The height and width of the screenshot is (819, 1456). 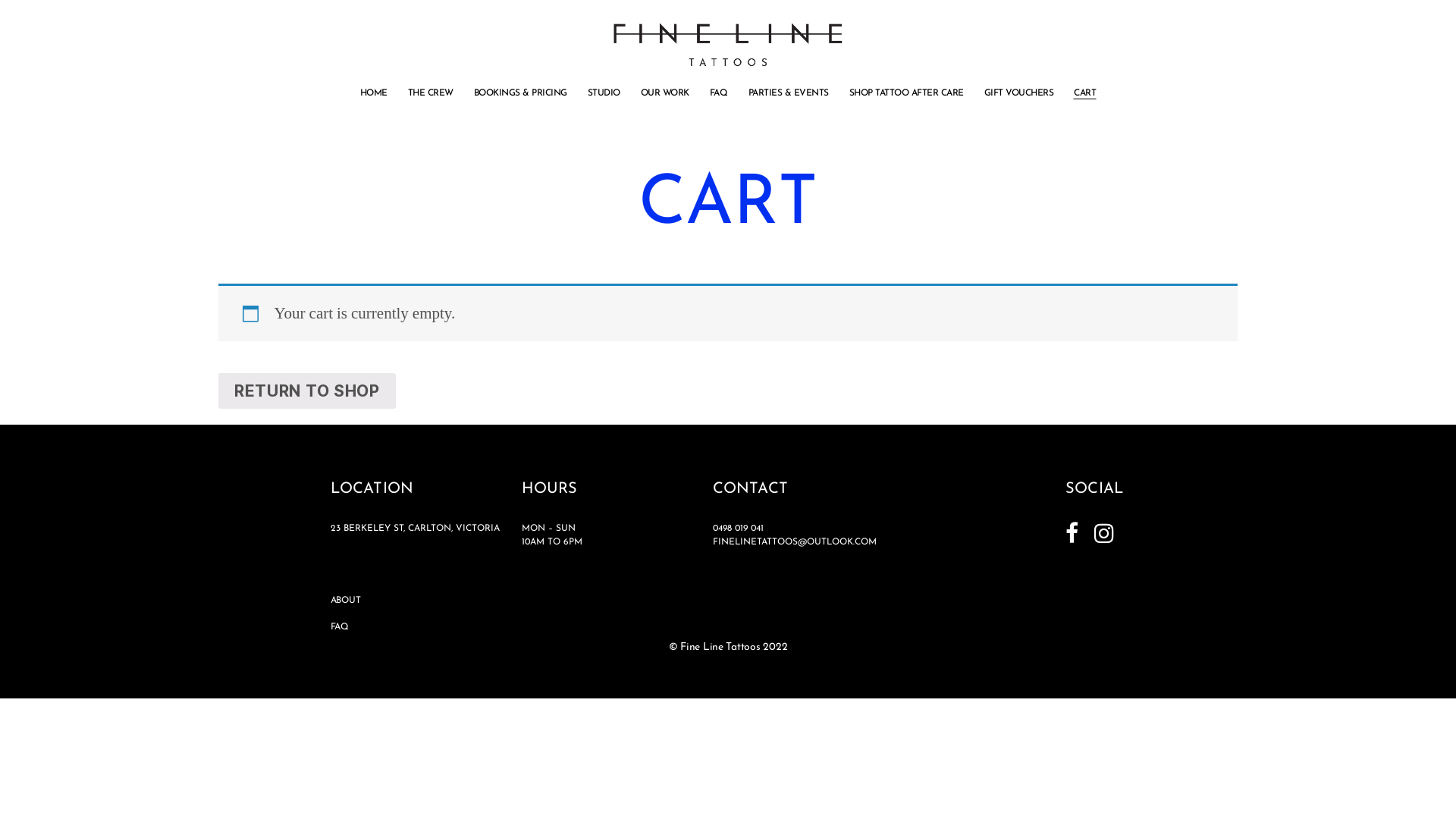 What do you see at coordinates (603, 93) in the screenshot?
I see `'STUDIO'` at bounding box center [603, 93].